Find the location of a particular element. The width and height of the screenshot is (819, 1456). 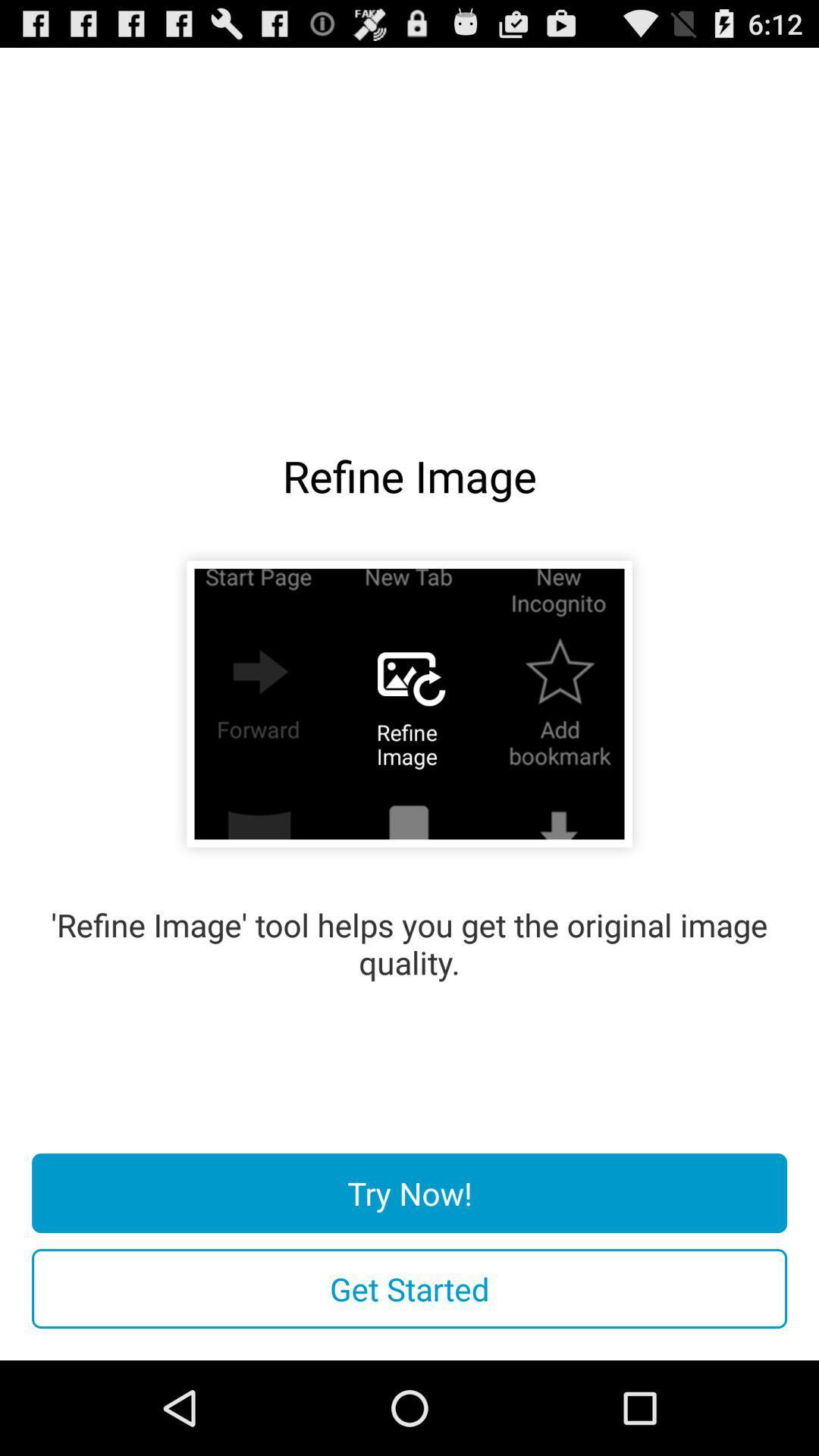

the icon above get started button is located at coordinates (409, 1192).